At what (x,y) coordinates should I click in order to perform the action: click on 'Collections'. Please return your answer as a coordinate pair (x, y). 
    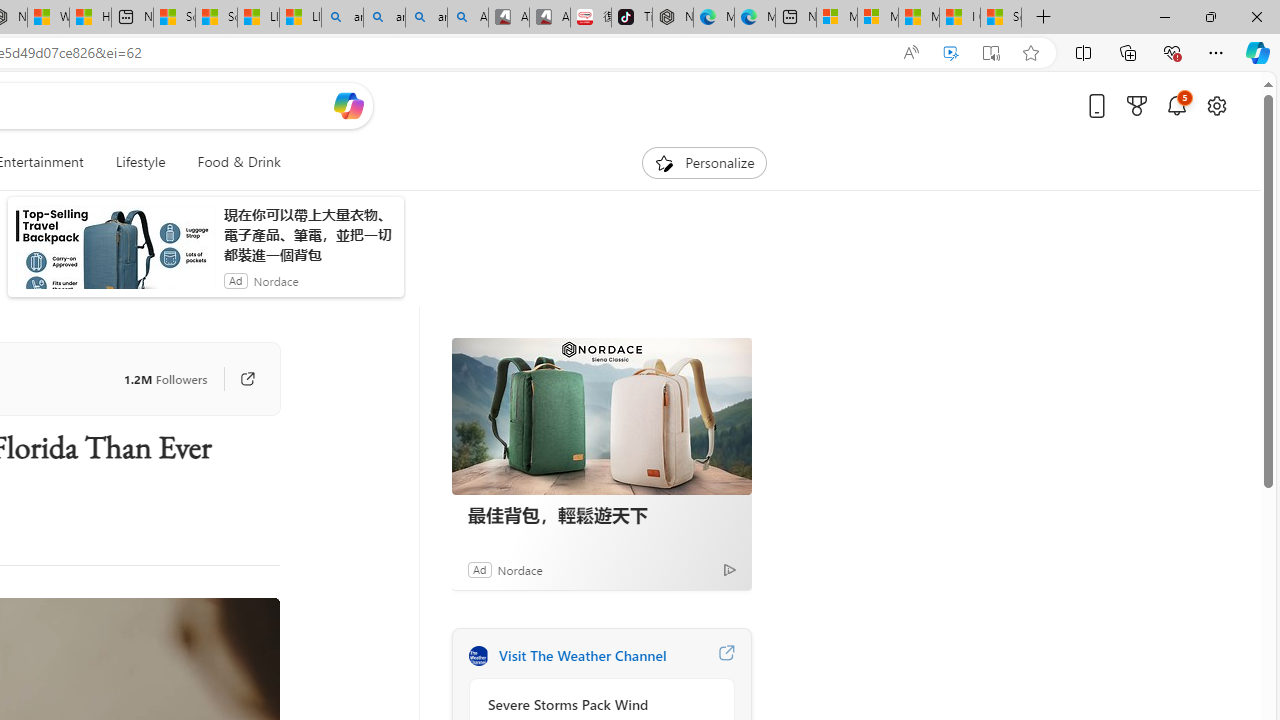
    Looking at the image, I should click on (1128, 51).